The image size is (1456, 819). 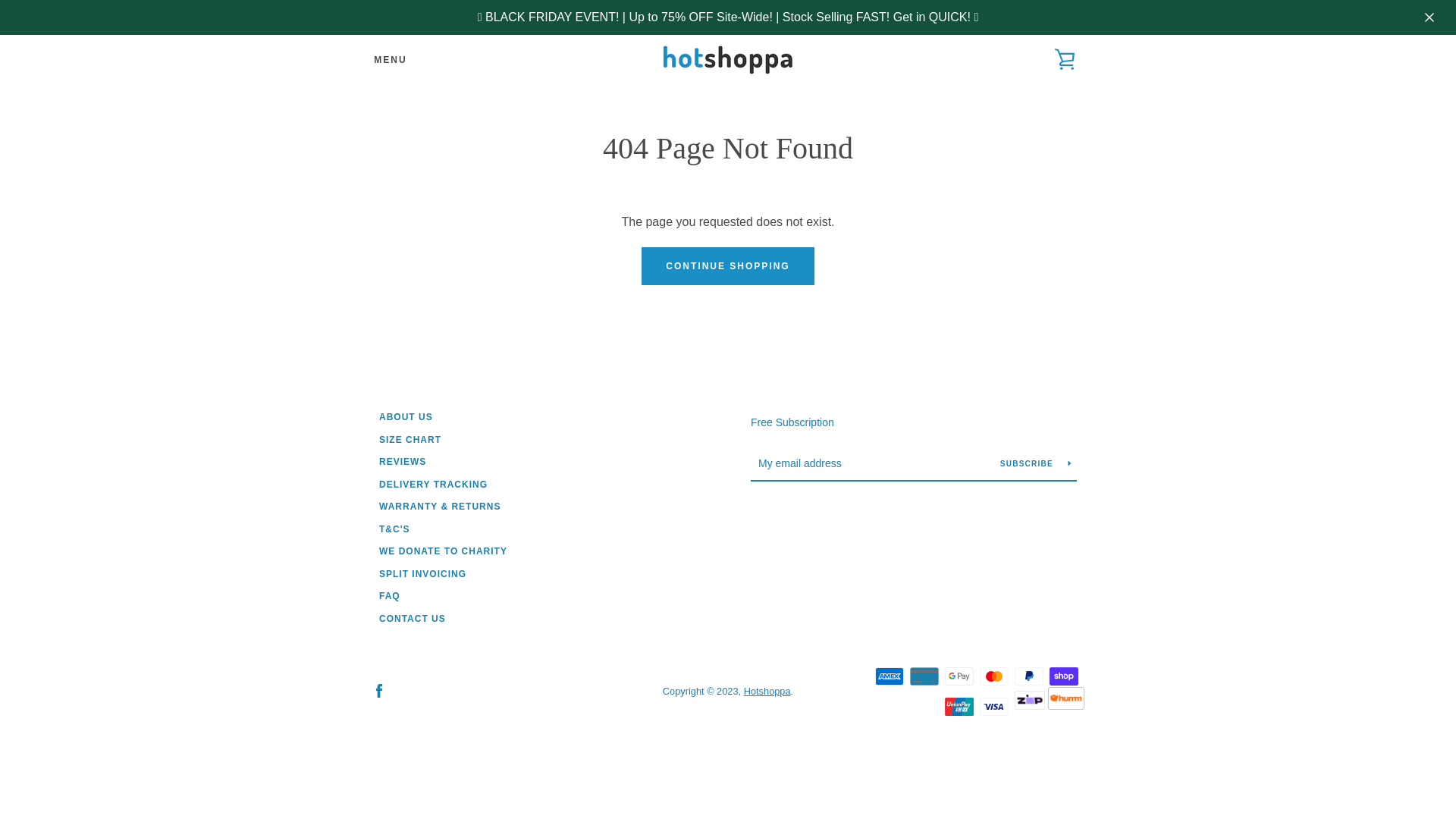 I want to click on 'SUBSCRIBE', so click(x=994, y=462).